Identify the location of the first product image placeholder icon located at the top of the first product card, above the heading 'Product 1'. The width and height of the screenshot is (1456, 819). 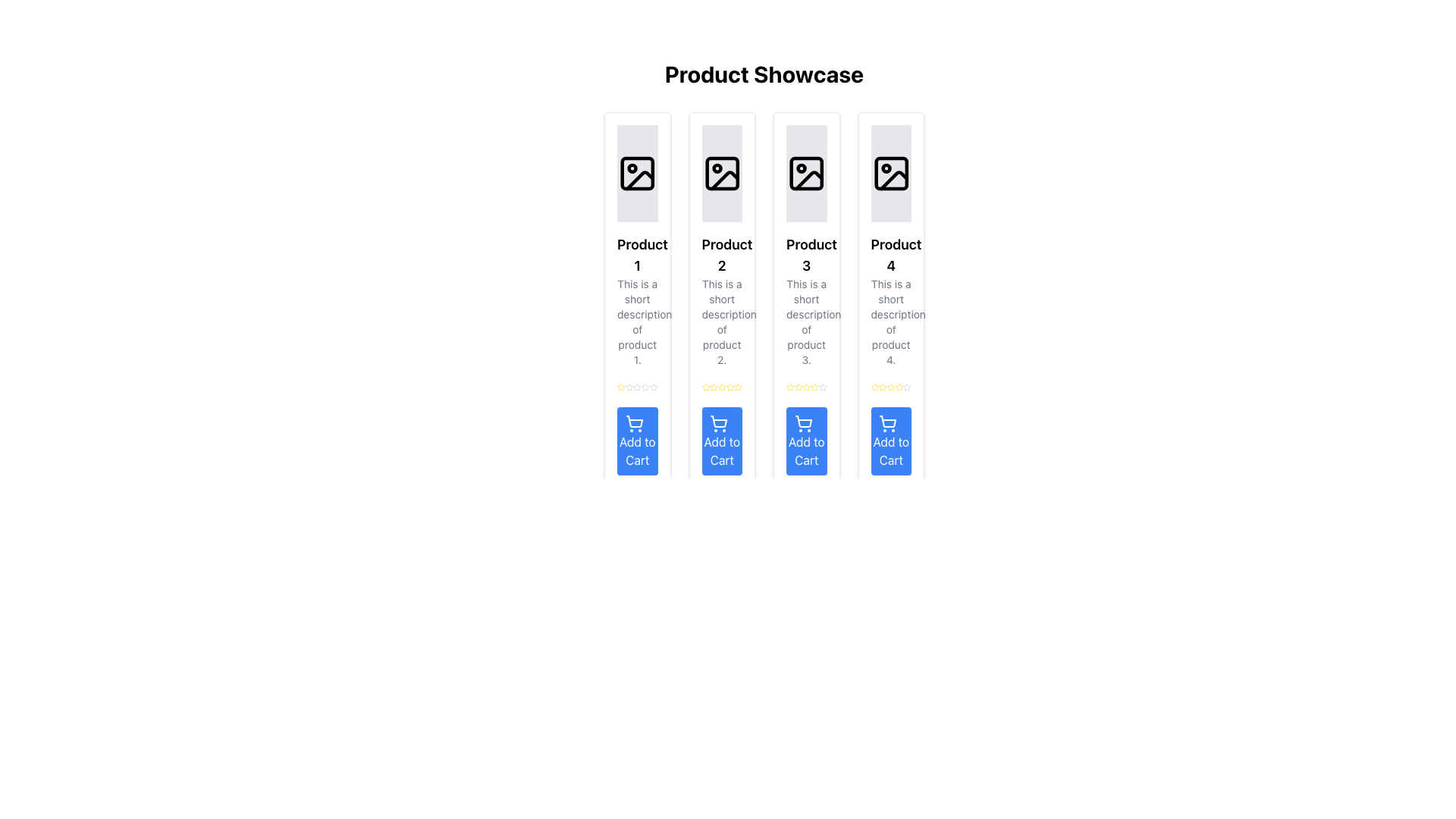
(637, 172).